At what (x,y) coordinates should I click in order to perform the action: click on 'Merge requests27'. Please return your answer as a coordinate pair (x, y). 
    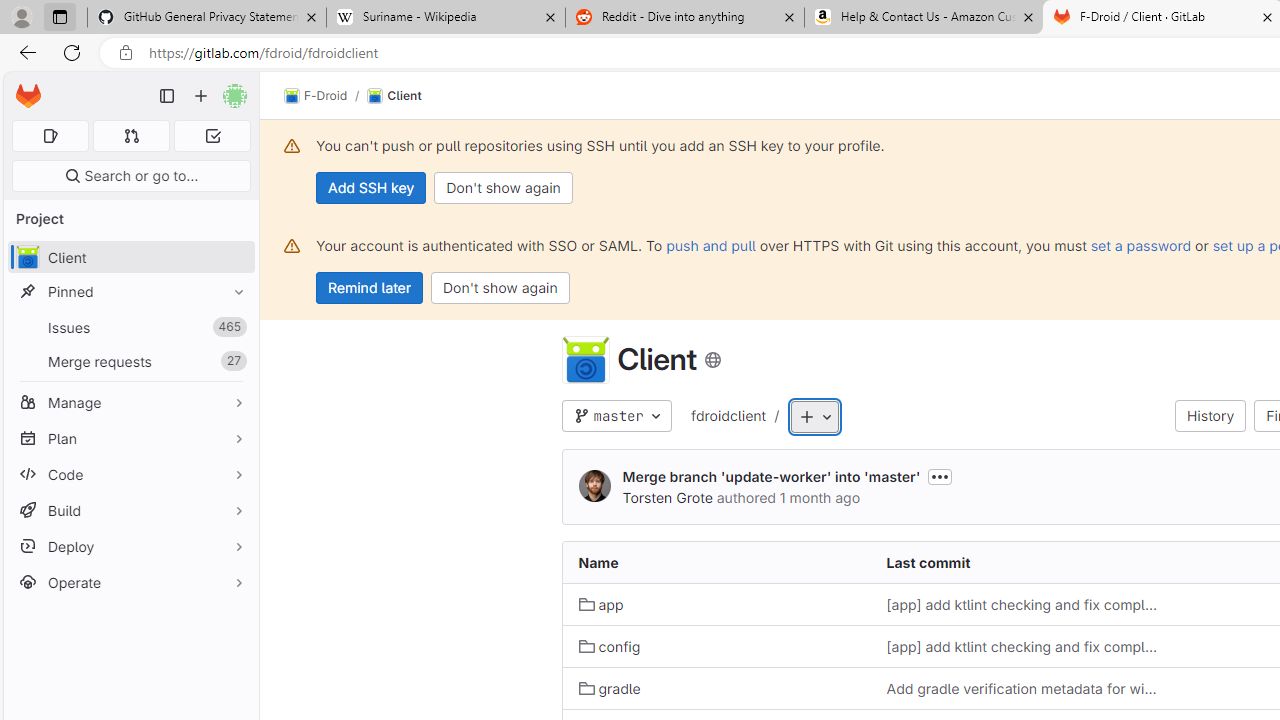
    Looking at the image, I should click on (130, 361).